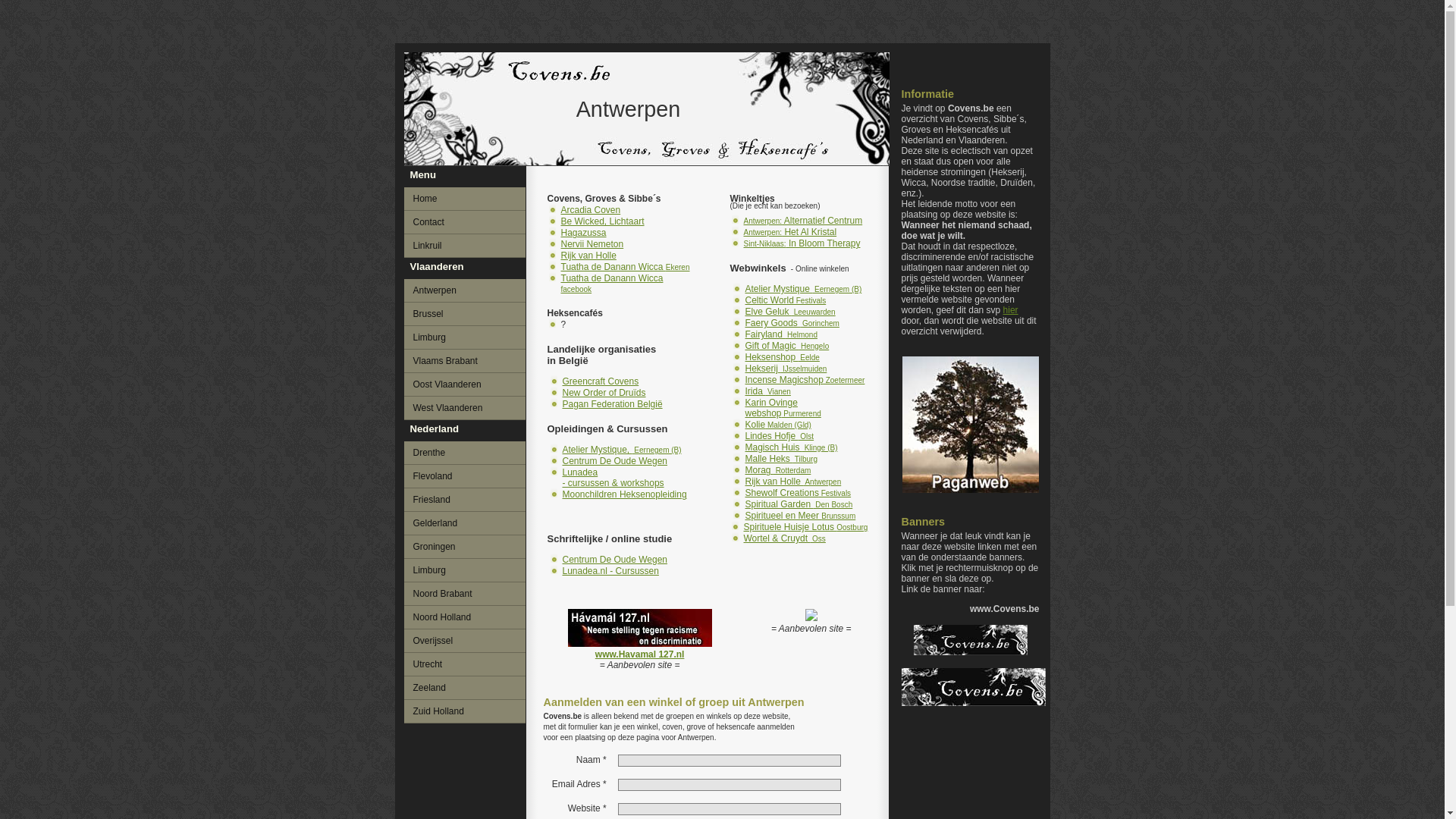 Image resolution: width=1456 pixels, height=819 pixels. What do you see at coordinates (560, 233) in the screenshot?
I see `'Hagazussa'` at bounding box center [560, 233].